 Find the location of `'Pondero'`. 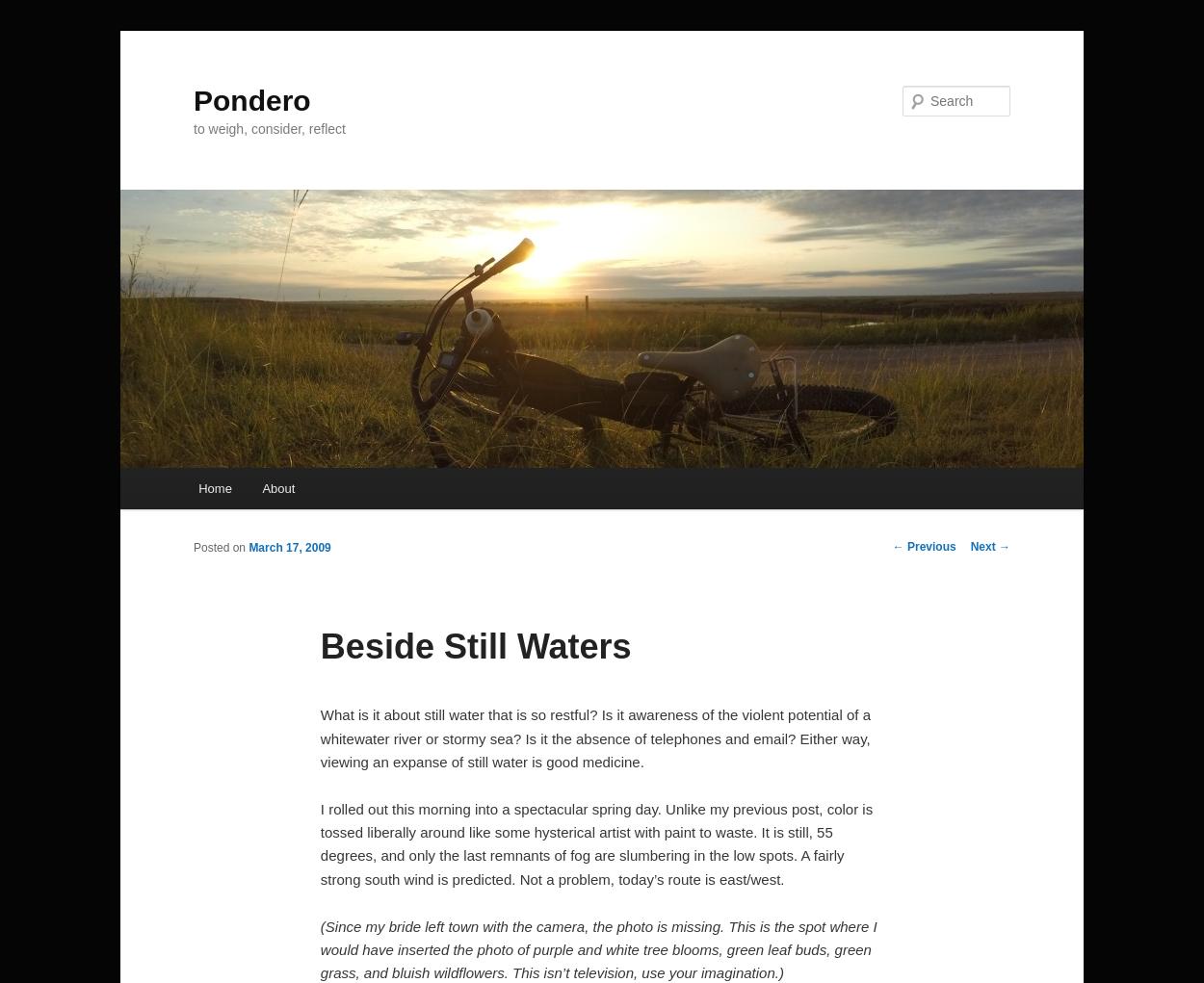

'Pondero' is located at coordinates (251, 98).